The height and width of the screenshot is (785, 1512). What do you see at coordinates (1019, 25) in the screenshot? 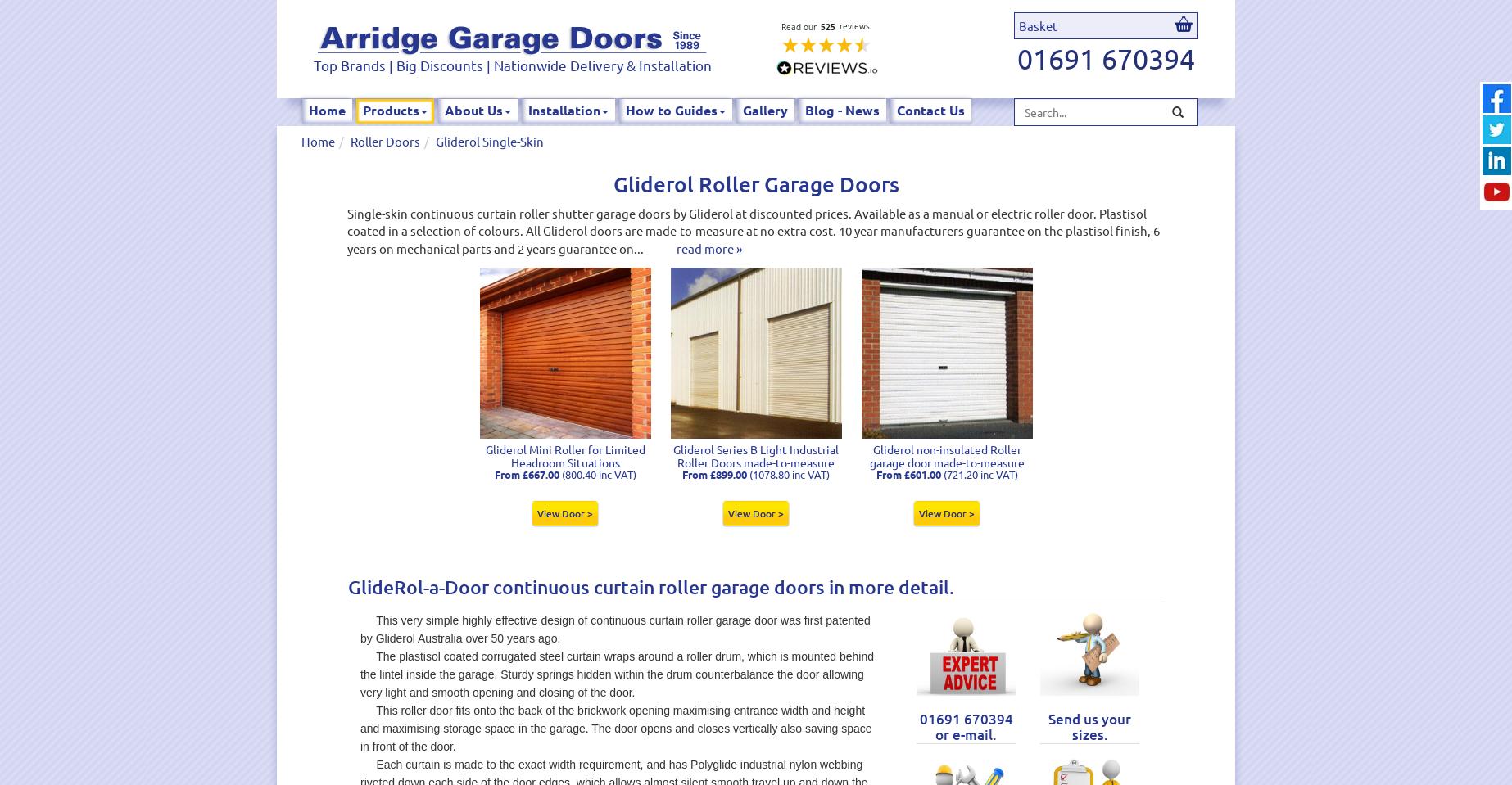
I see `'Basket'` at bounding box center [1019, 25].